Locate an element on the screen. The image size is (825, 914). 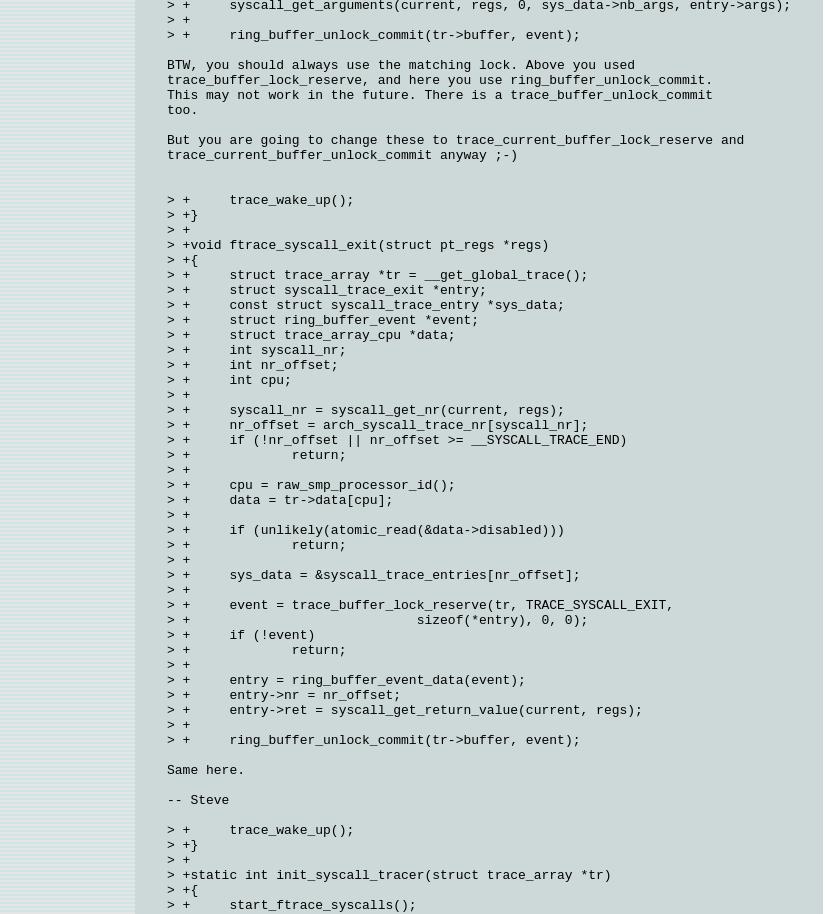
'> +	struct trace_array *tr = __get_global_trace();' is located at coordinates (377, 275).